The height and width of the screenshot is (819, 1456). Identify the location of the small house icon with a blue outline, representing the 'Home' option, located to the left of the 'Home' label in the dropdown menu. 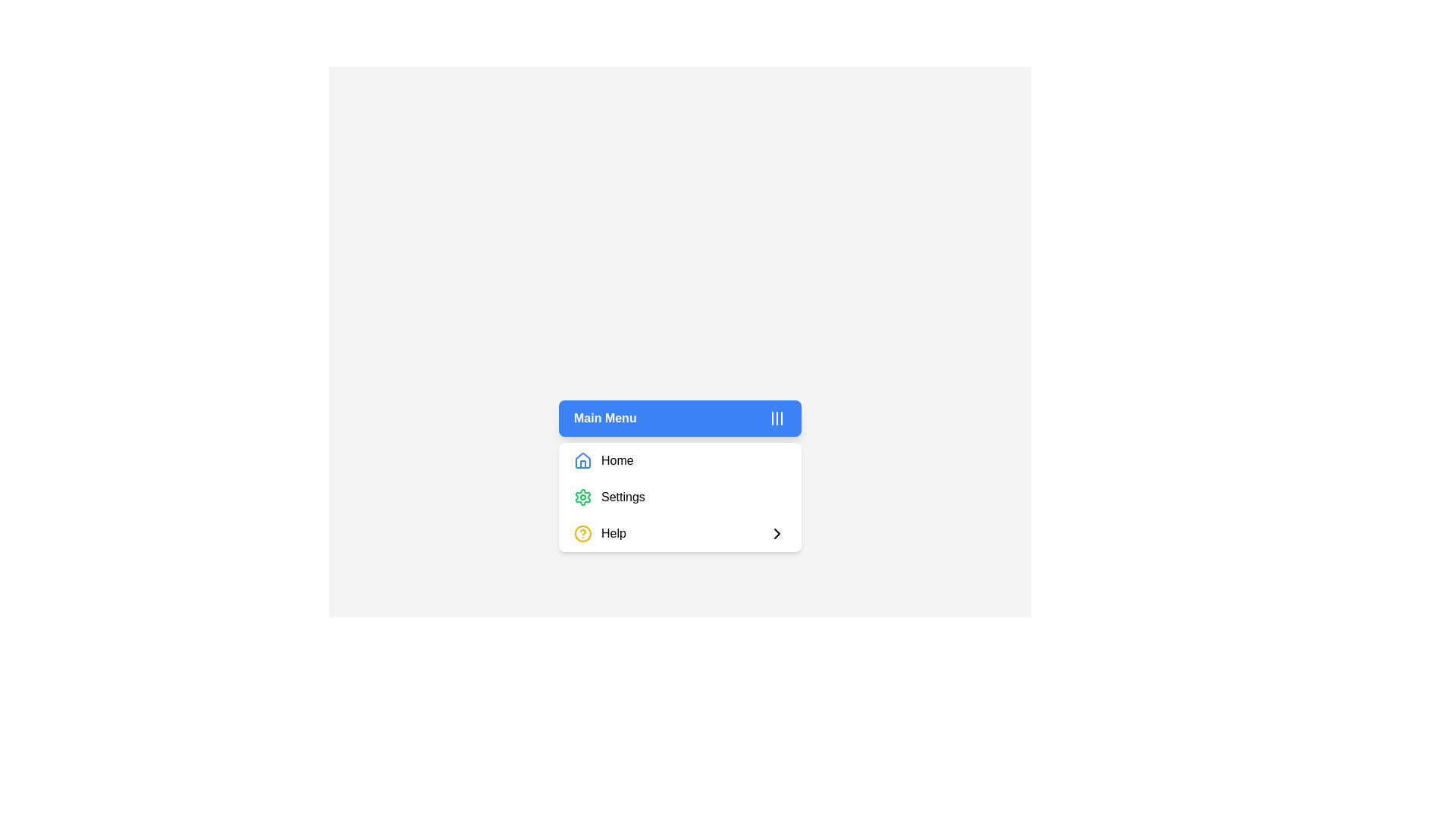
(582, 459).